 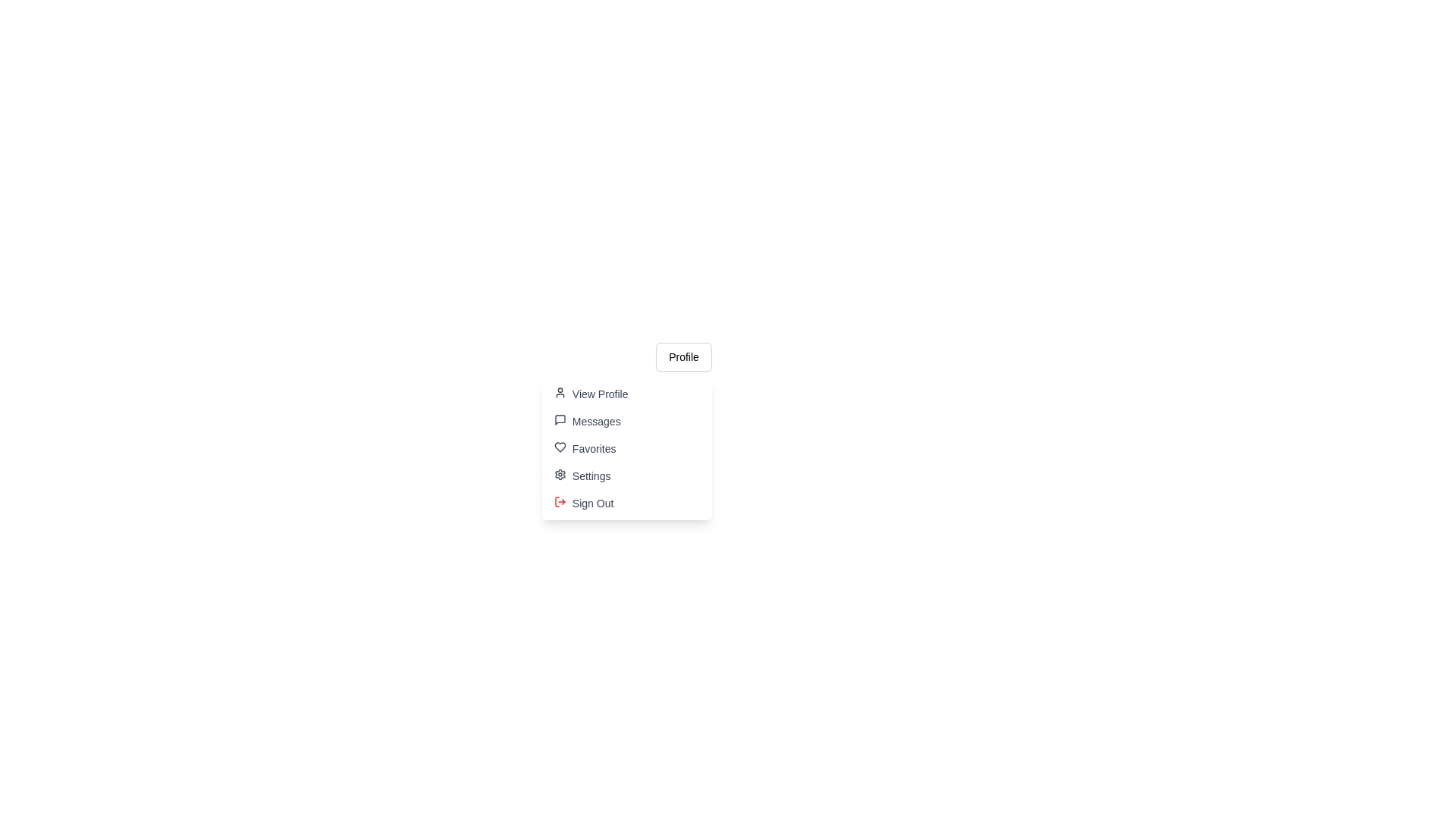 I want to click on the 'Messages' button located in the dropdown menu, which is the second item below 'View Profile' and above 'Favorites', so click(x=626, y=421).